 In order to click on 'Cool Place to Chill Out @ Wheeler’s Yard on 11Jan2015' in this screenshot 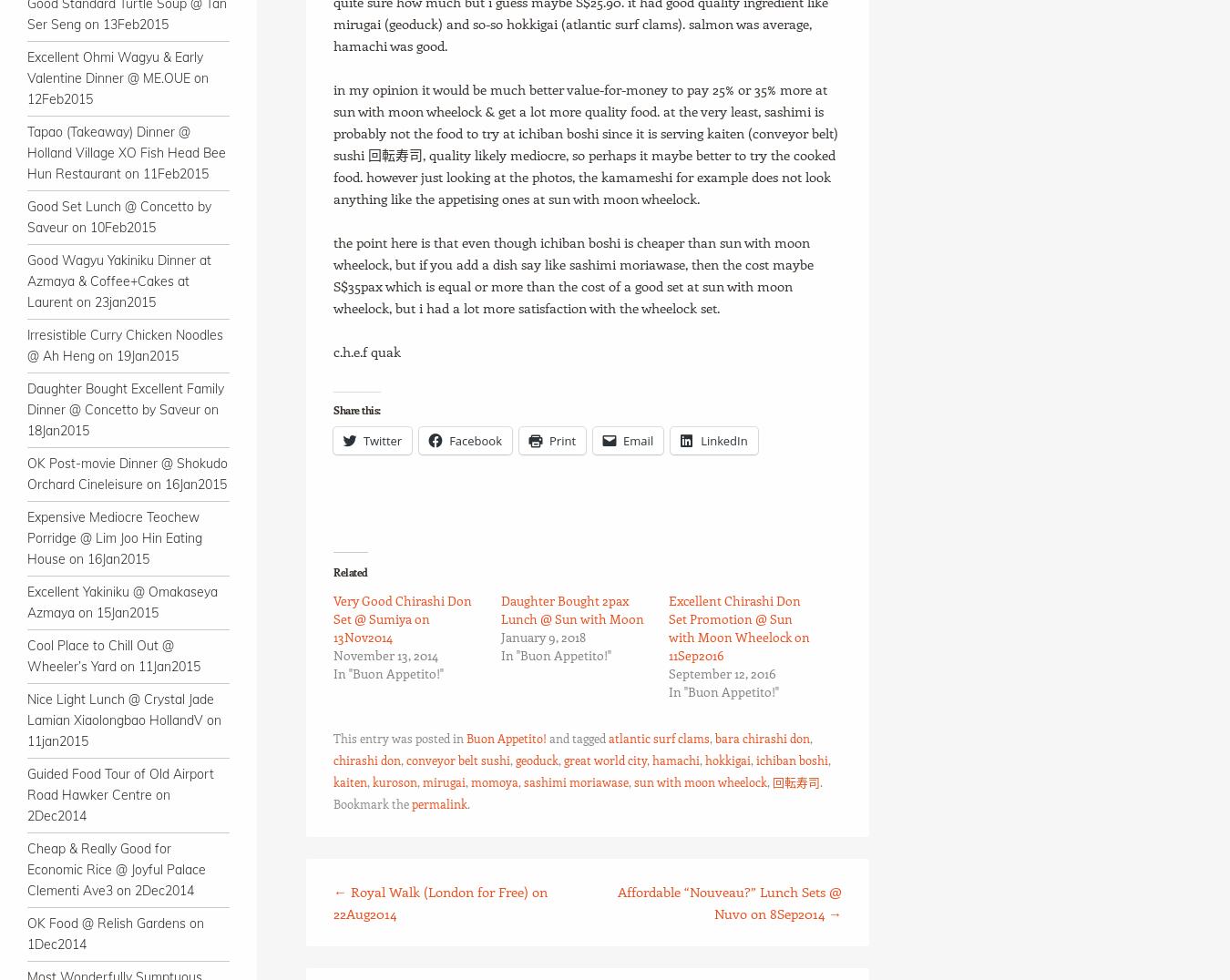, I will do `click(114, 655)`.